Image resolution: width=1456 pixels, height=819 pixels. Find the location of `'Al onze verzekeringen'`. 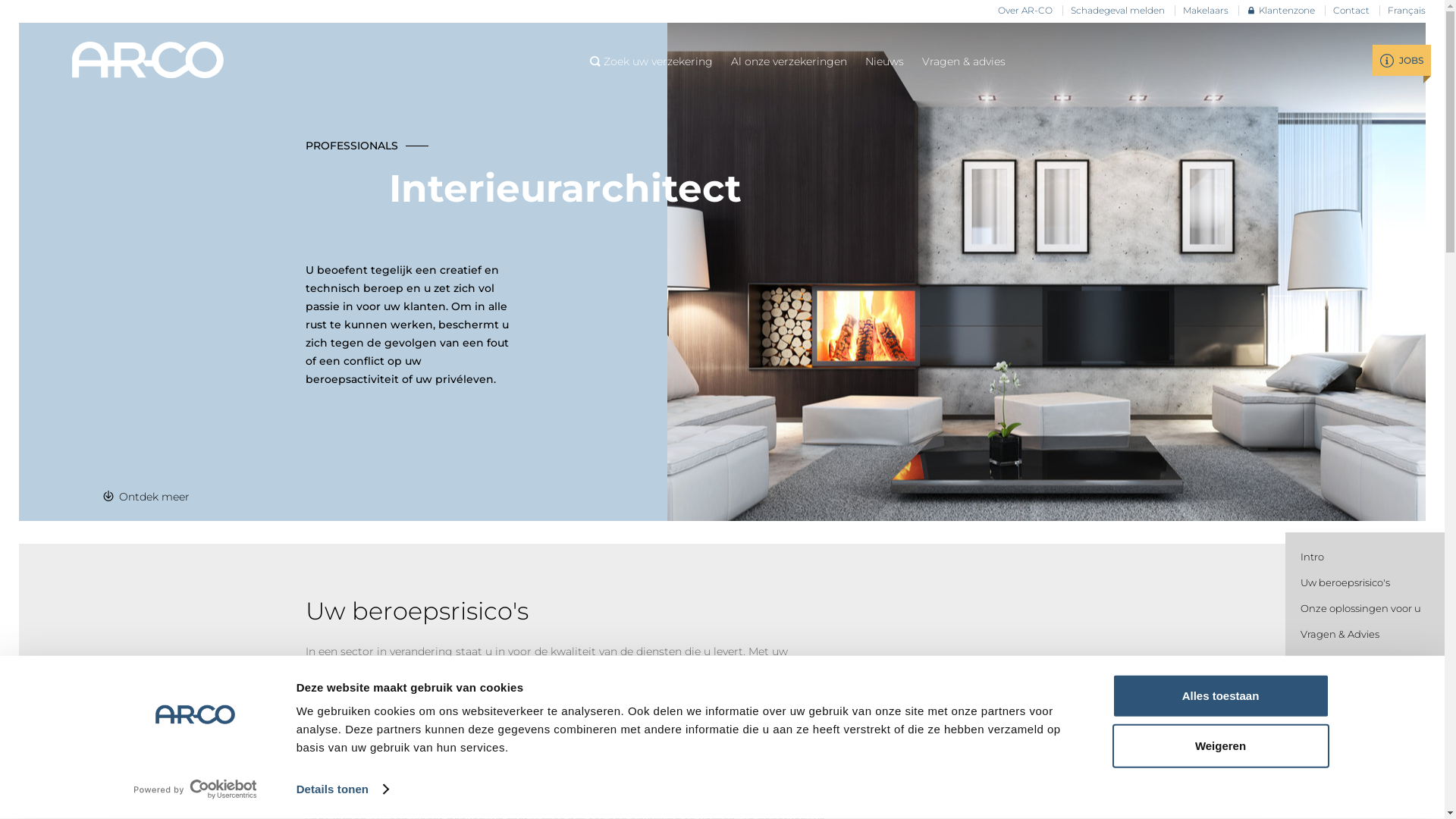

'Al onze verzekeringen' is located at coordinates (731, 61).